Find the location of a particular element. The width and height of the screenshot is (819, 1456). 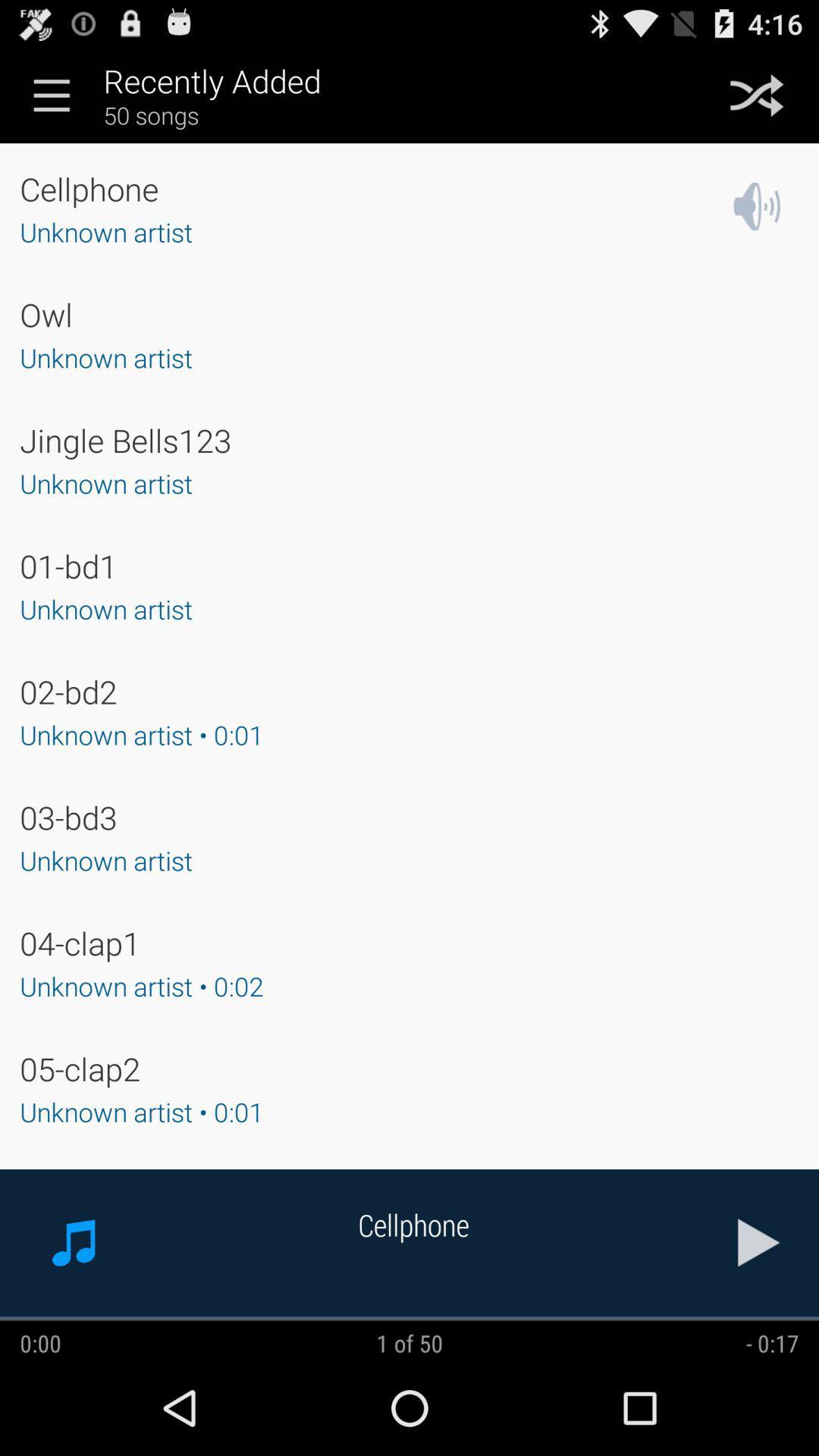

the music icon is located at coordinates (73, 1242).